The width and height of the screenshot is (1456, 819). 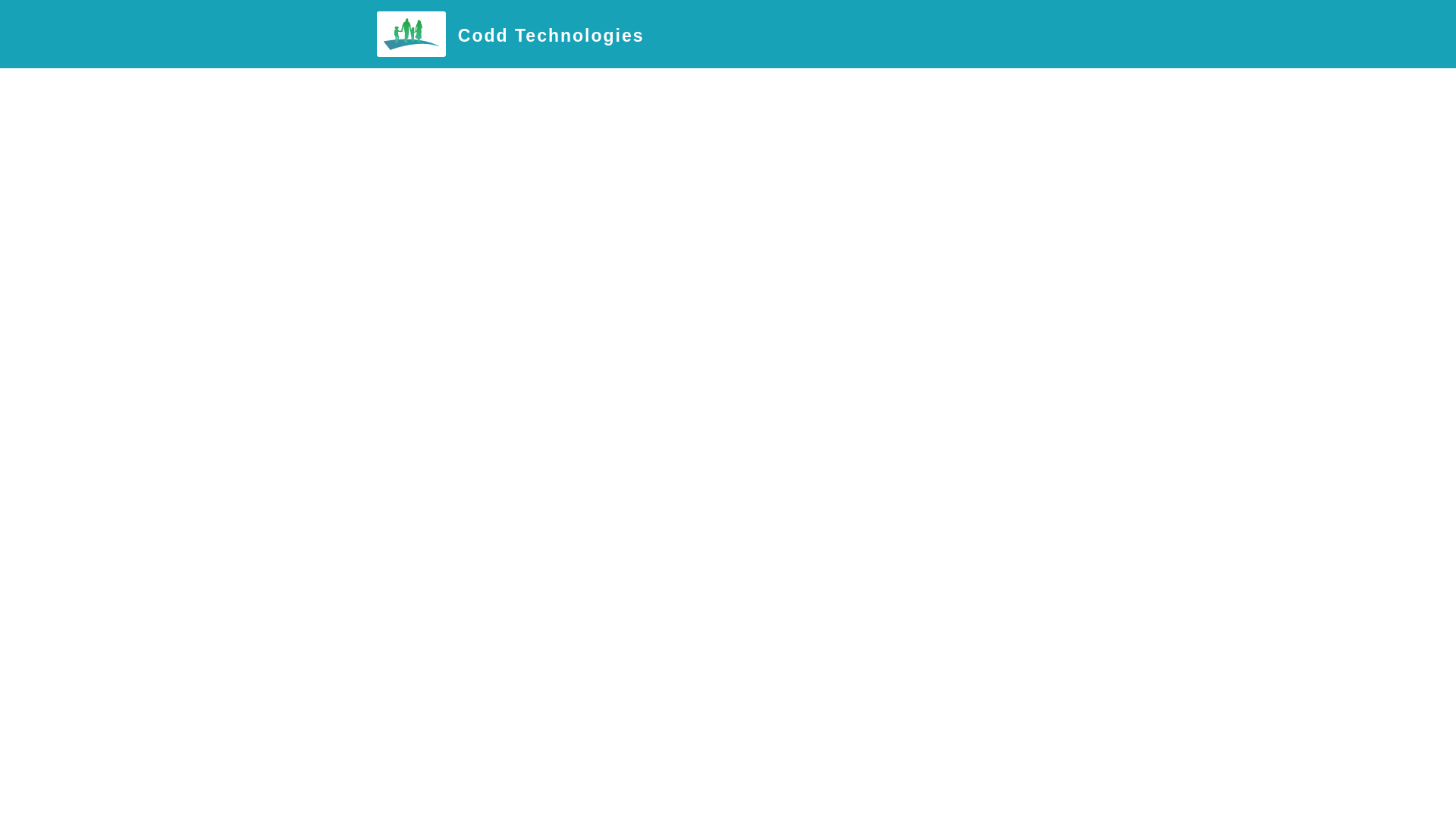 I want to click on 'Codd Technologies', so click(x=411, y=34).